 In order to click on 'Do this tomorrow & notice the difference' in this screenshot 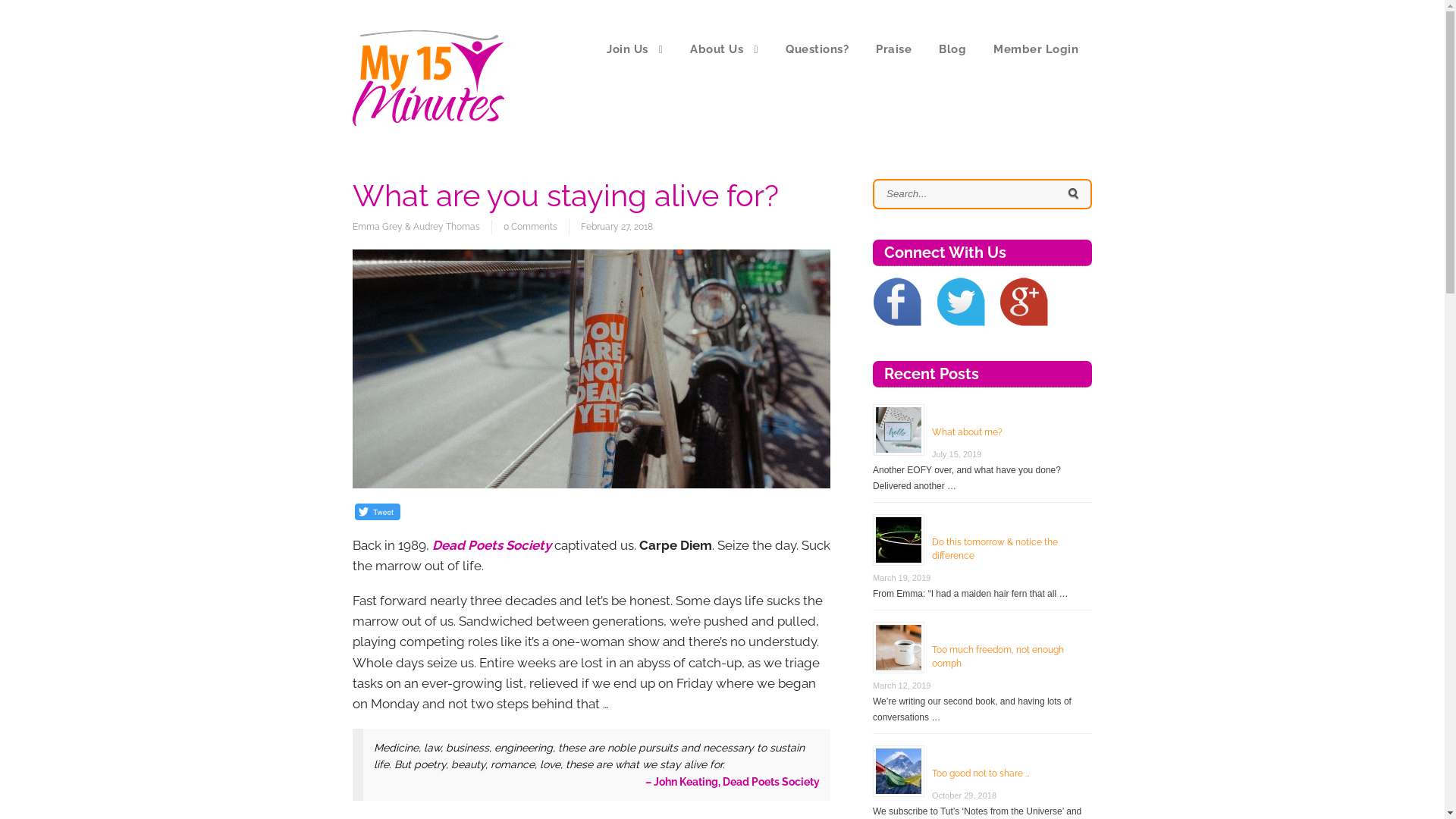, I will do `click(930, 549)`.